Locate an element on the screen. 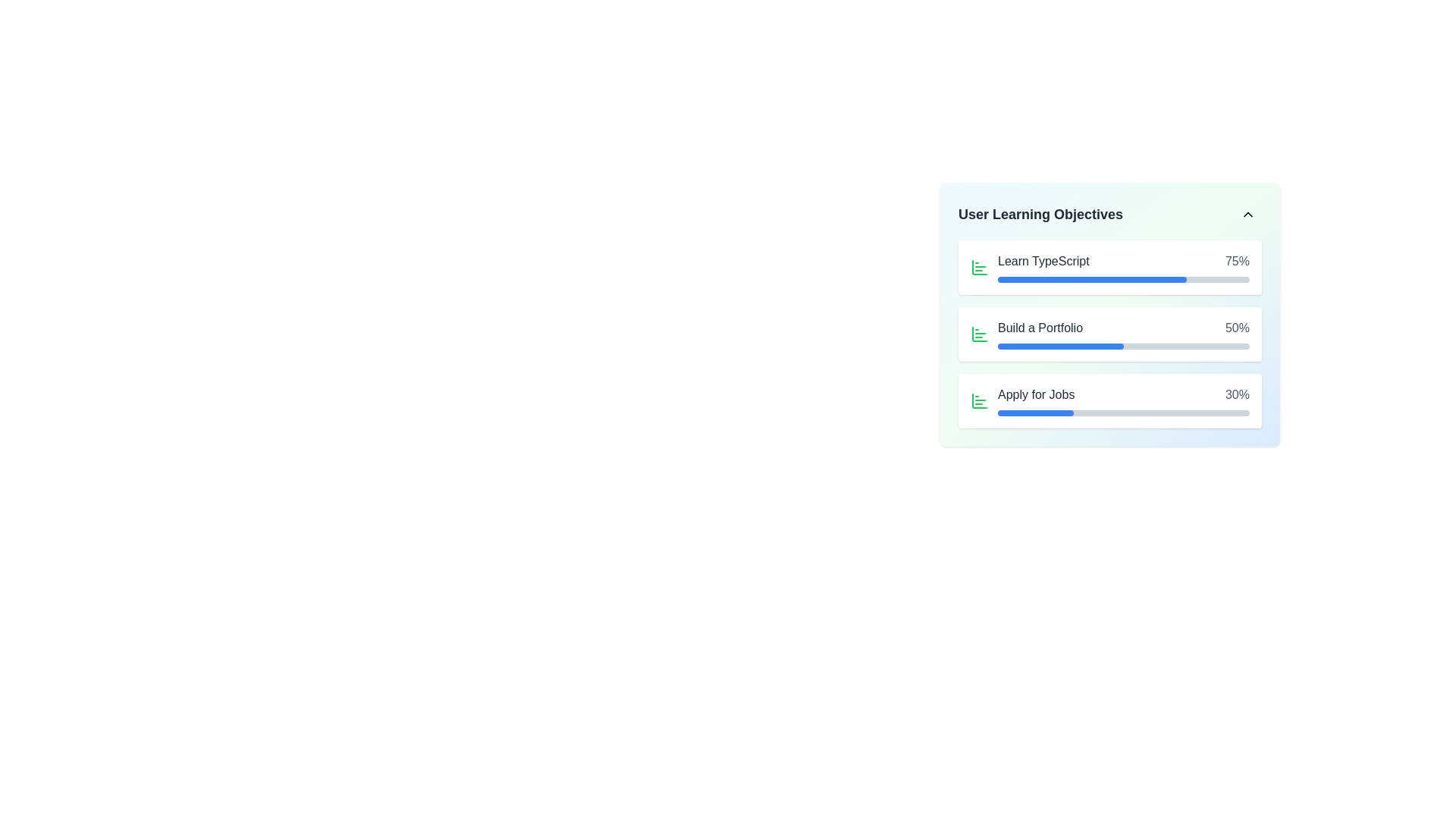 The image size is (1456, 819). the blue progress bar indicating the progress for 'Build a Portfolio', which is located in the second row of progress indicators is located at coordinates (1059, 346).